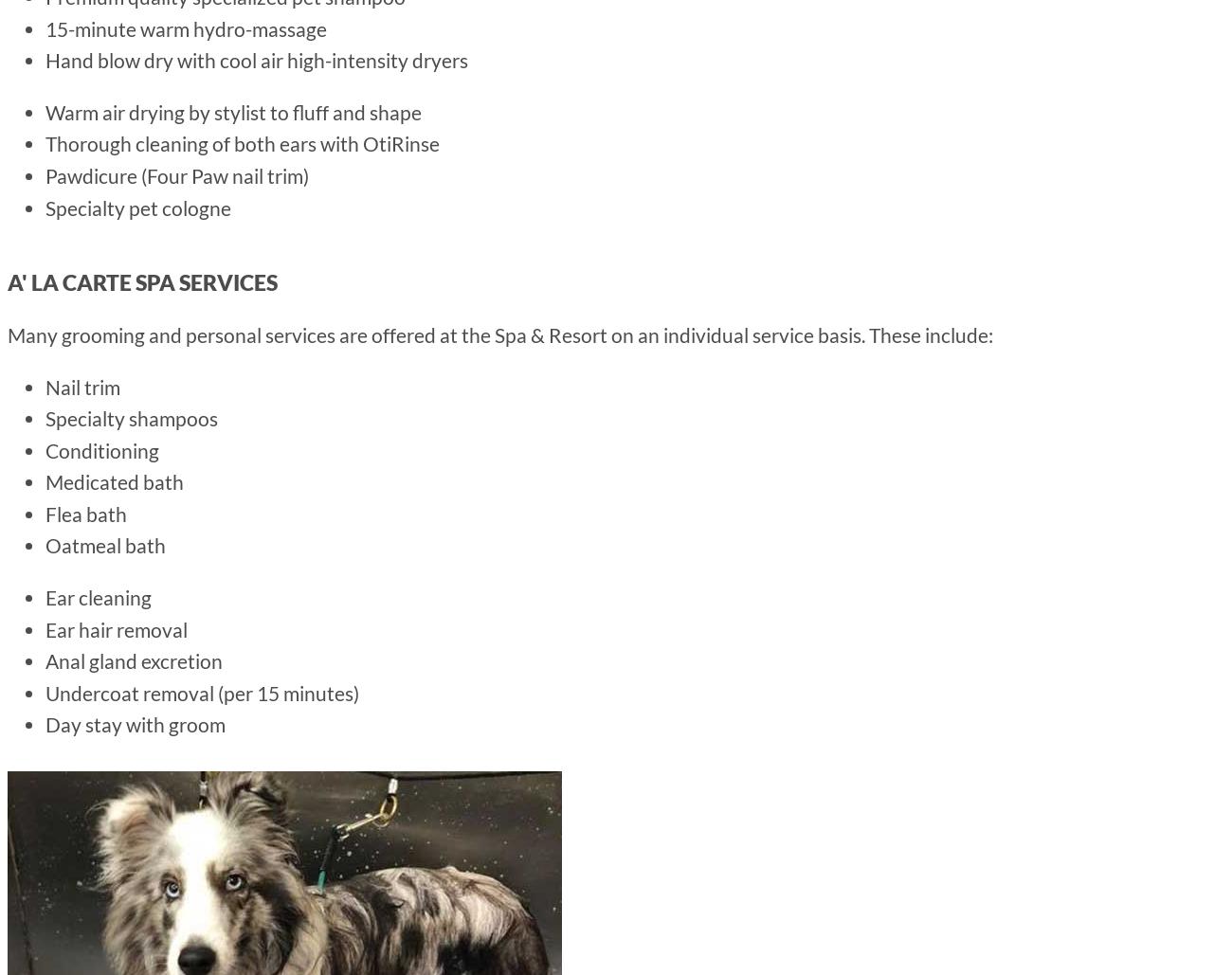 This screenshot has width=1232, height=975. What do you see at coordinates (7, 334) in the screenshot?
I see `'Many grooming and personal services are offered at the Spa & Resort on an individual service basis. These include:'` at bounding box center [7, 334].